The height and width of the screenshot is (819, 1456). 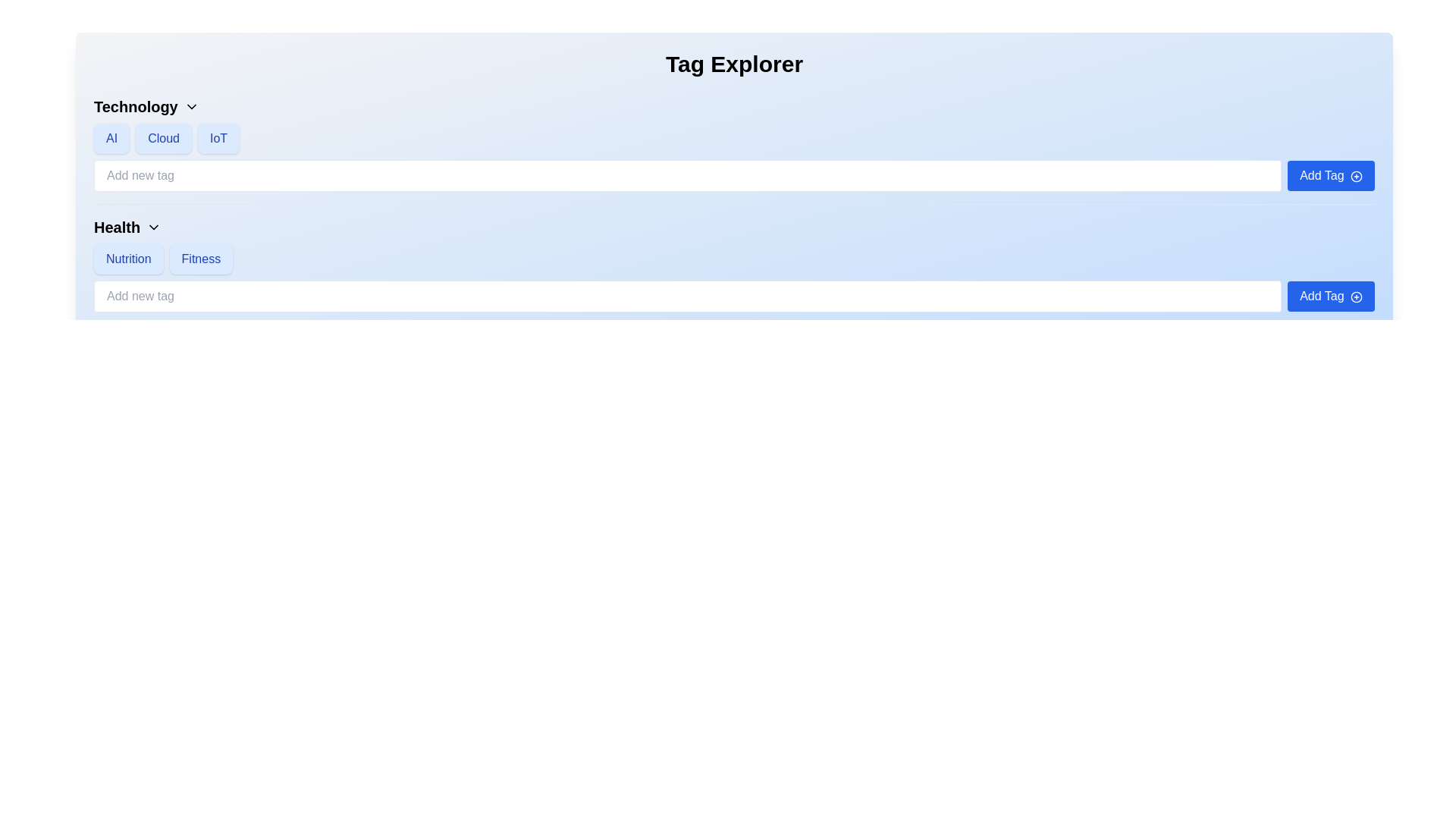 What do you see at coordinates (190, 106) in the screenshot?
I see `the downward-facing chevron icon next to the 'Technology' label` at bounding box center [190, 106].